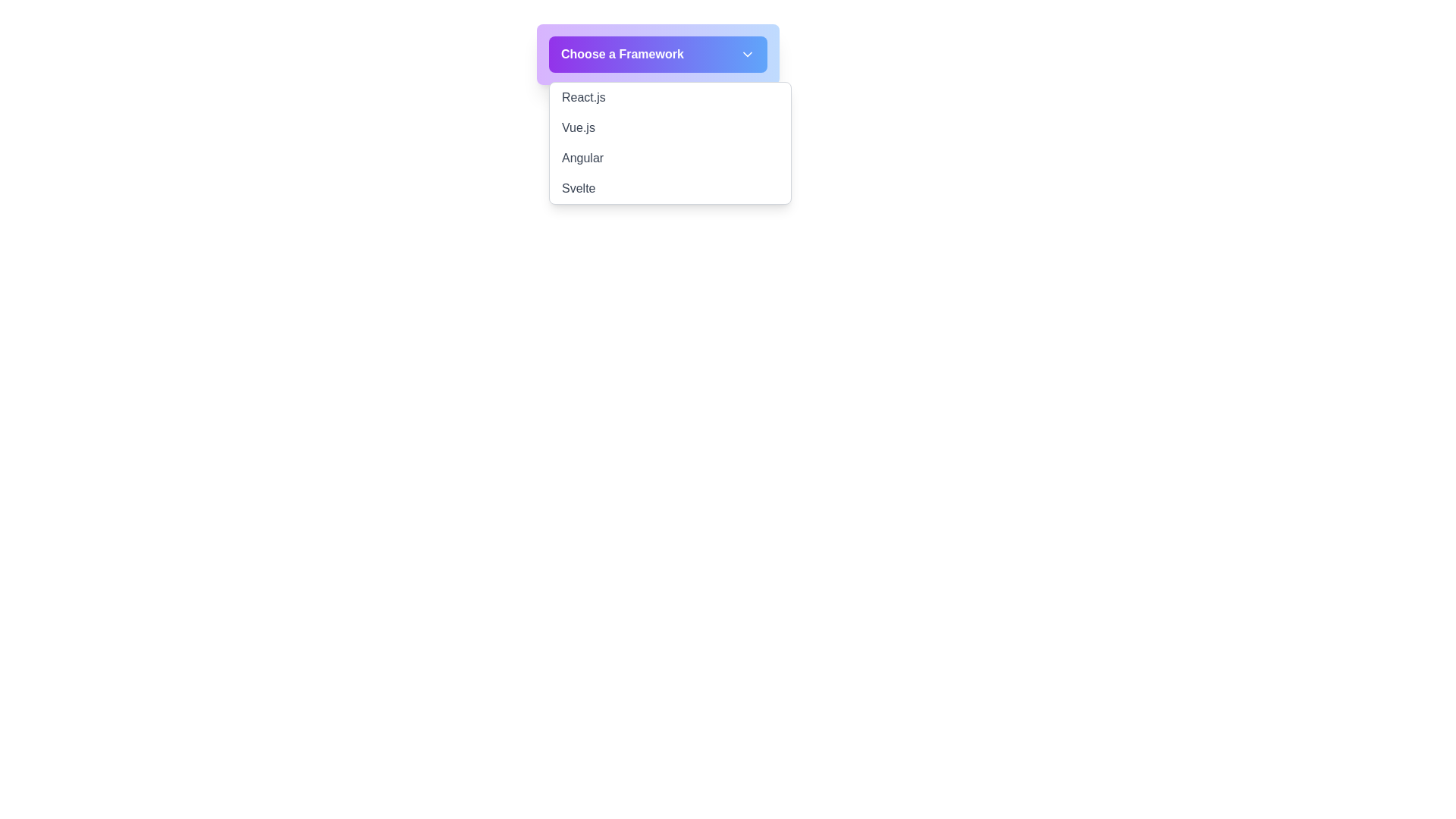 The width and height of the screenshot is (1456, 819). Describe the element at coordinates (669, 97) in the screenshot. I see `the first item in the dropdown list labeled 'React.js'` at that location.